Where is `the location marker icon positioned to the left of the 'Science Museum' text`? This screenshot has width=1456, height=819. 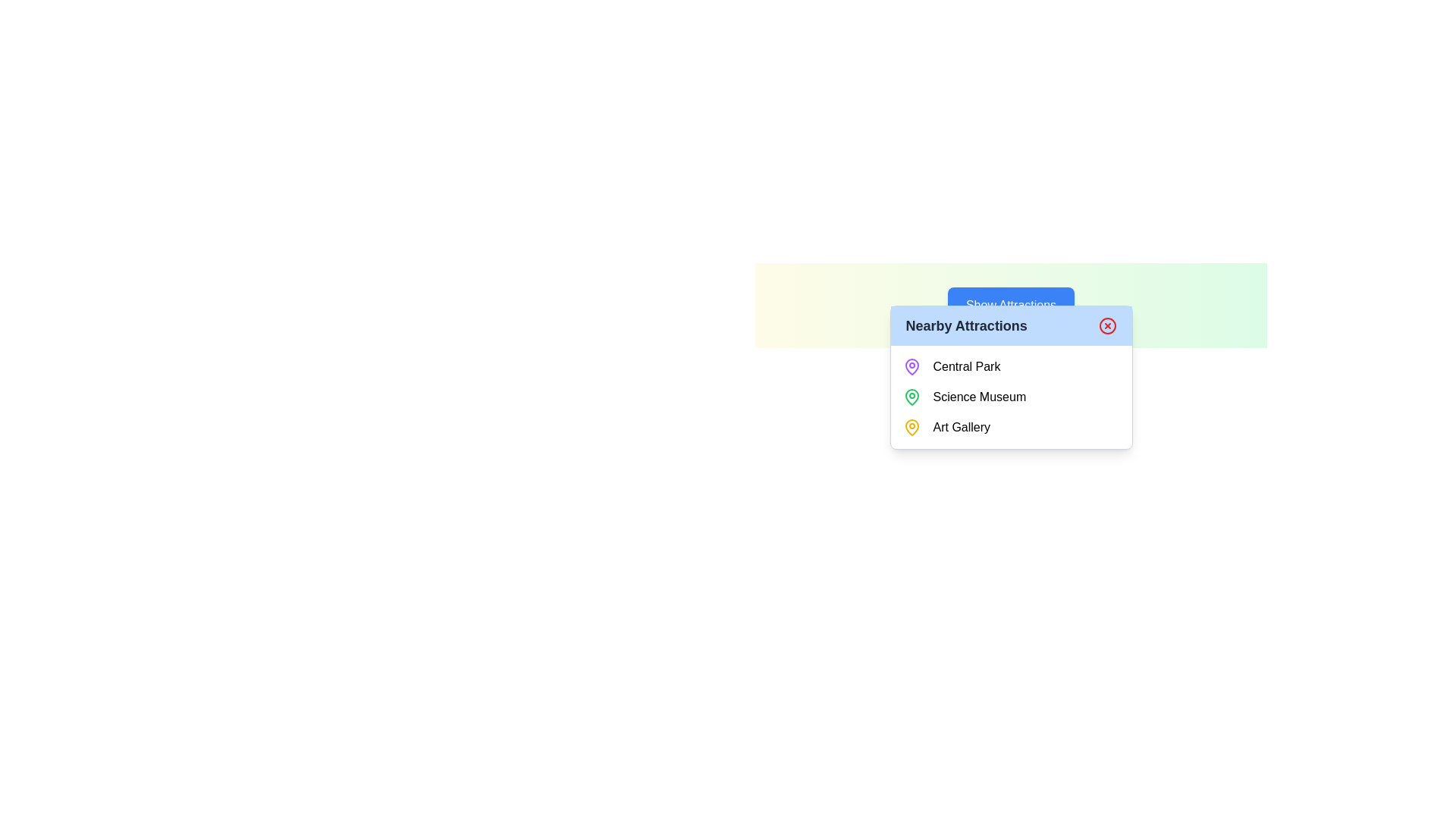 the location marker icon positioned to the left of the 'Science Museum' text is located at coordinates (911, 397).